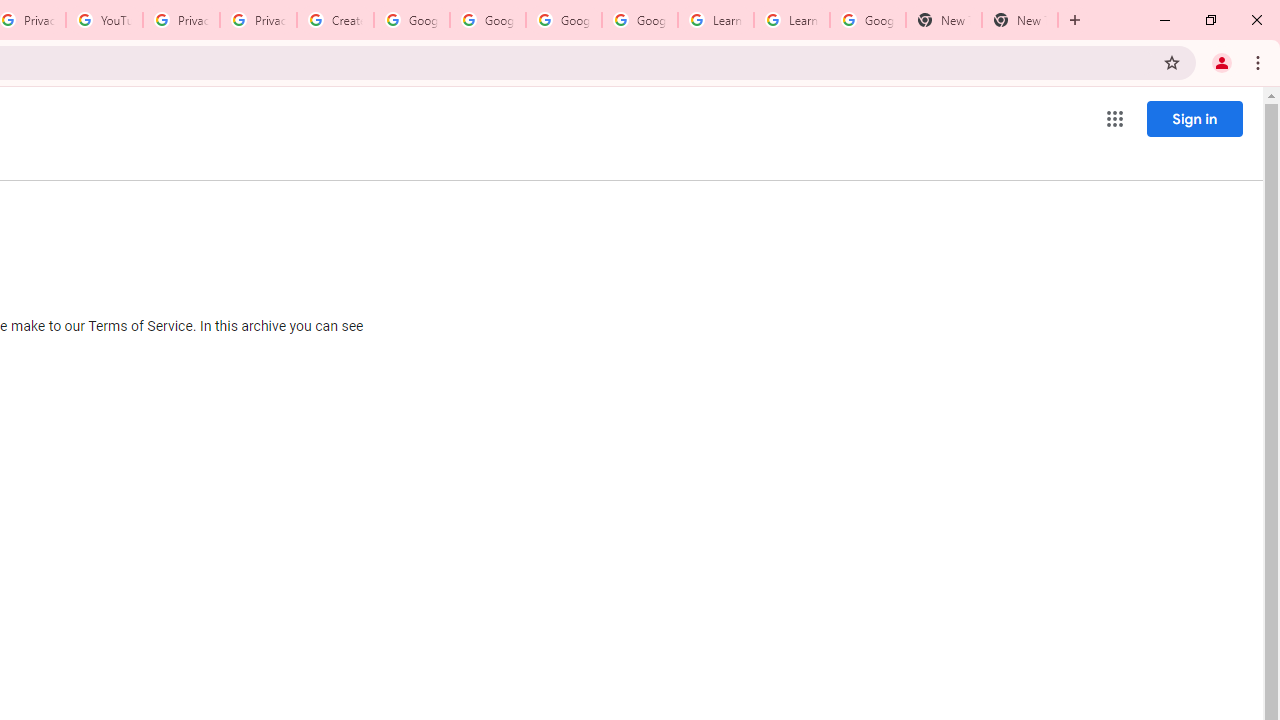 The height and width of the screenshot is (720, 1280). Describe the element at coordinates (867, 20) in the screenshot. I see `'Google Account'` at that location.